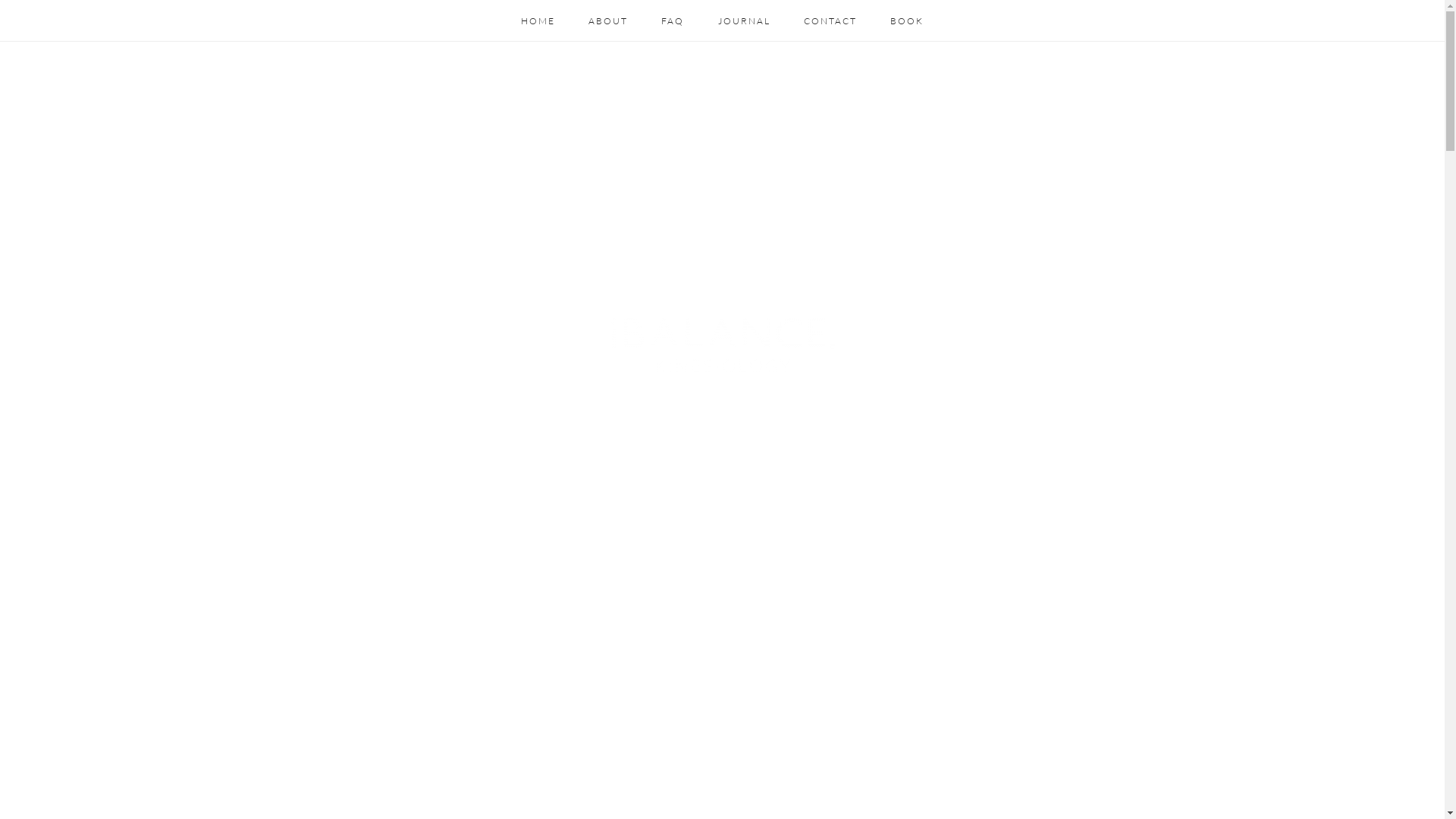  What do you see at coordinates (906, 20) in the screenshot?
I see `'BOOK'` at bounding box center [906, 20].